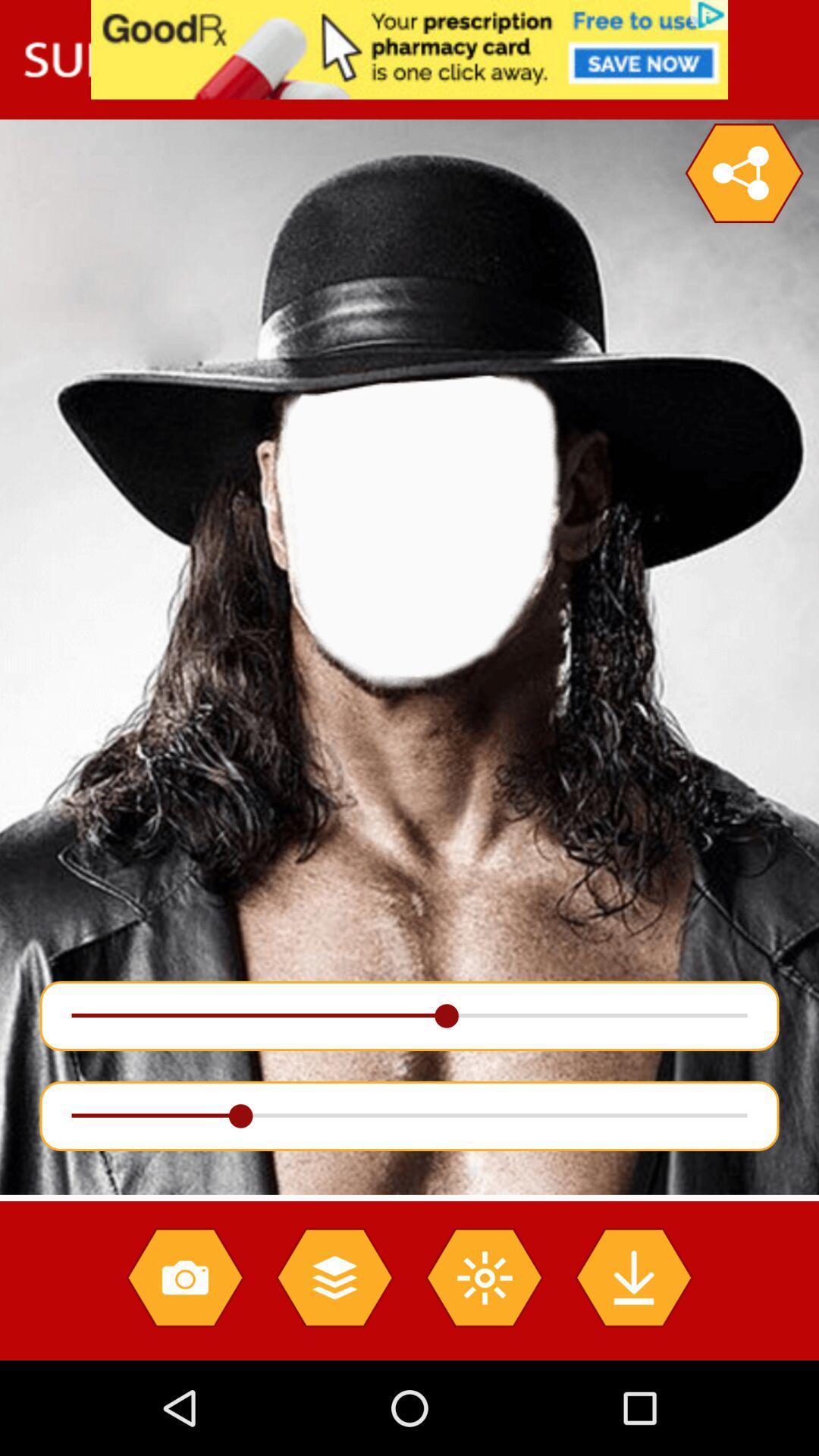 The image size is (819, 1456). What do you see at coordinates (184, 1276) in the screenshot?
I see `take photo` at bounding box center [184, 1276].